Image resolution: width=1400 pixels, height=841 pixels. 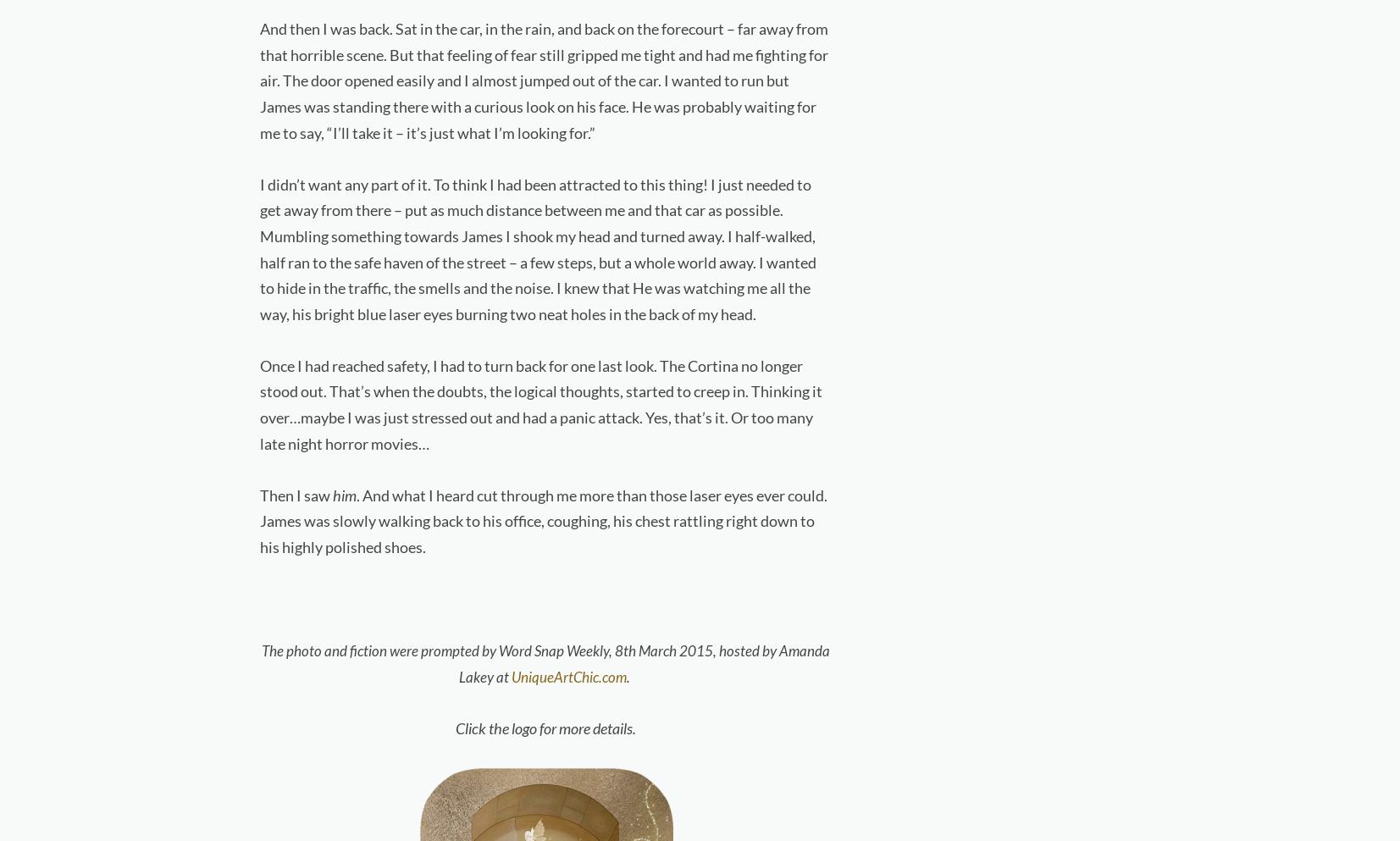 What do you see at coordinates (545, 728) in the screenshot?
I see `'Click the logo for more details.'` at bounding box center [545, 728].